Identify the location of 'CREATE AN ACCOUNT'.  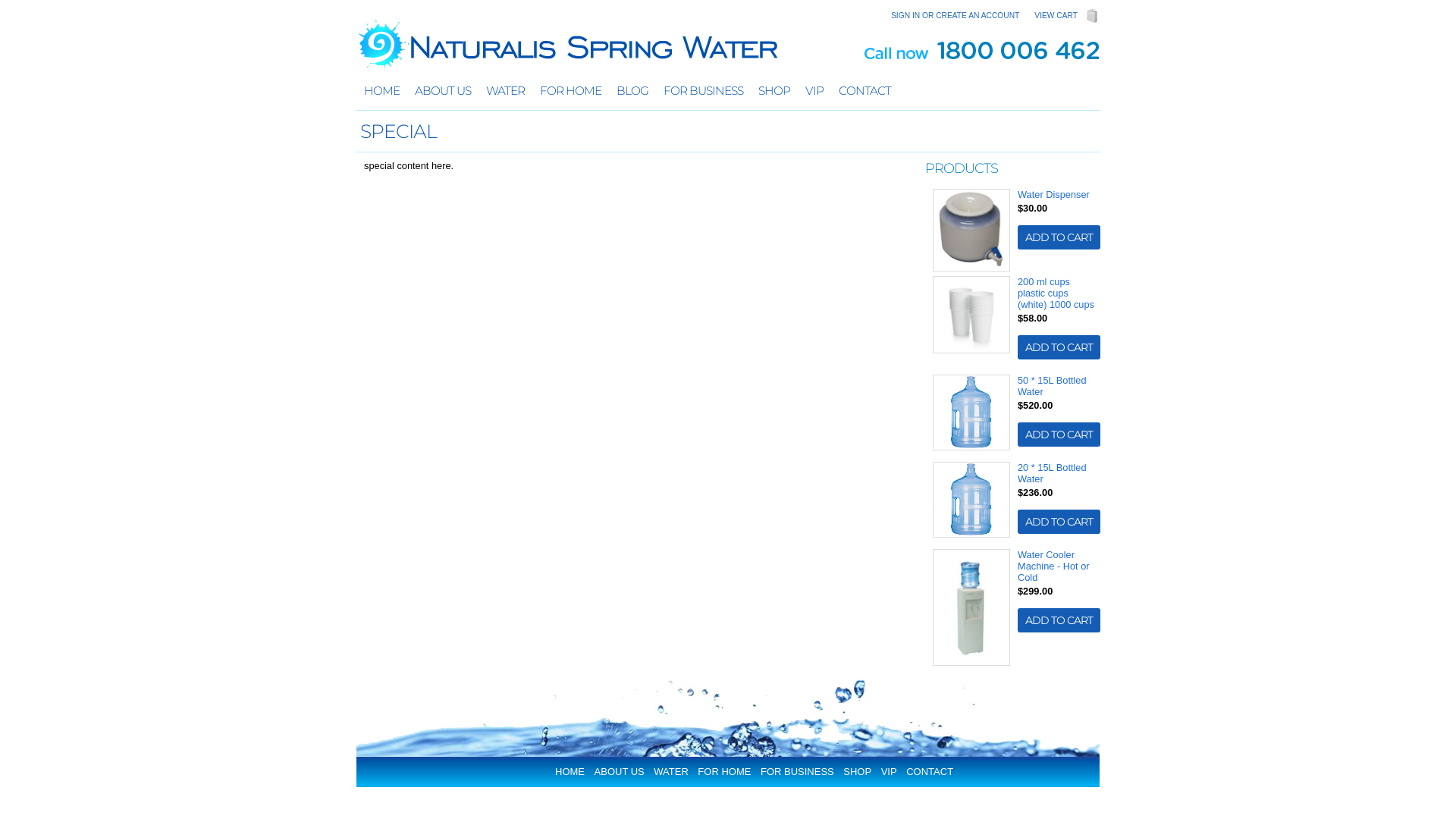
(934, 15).